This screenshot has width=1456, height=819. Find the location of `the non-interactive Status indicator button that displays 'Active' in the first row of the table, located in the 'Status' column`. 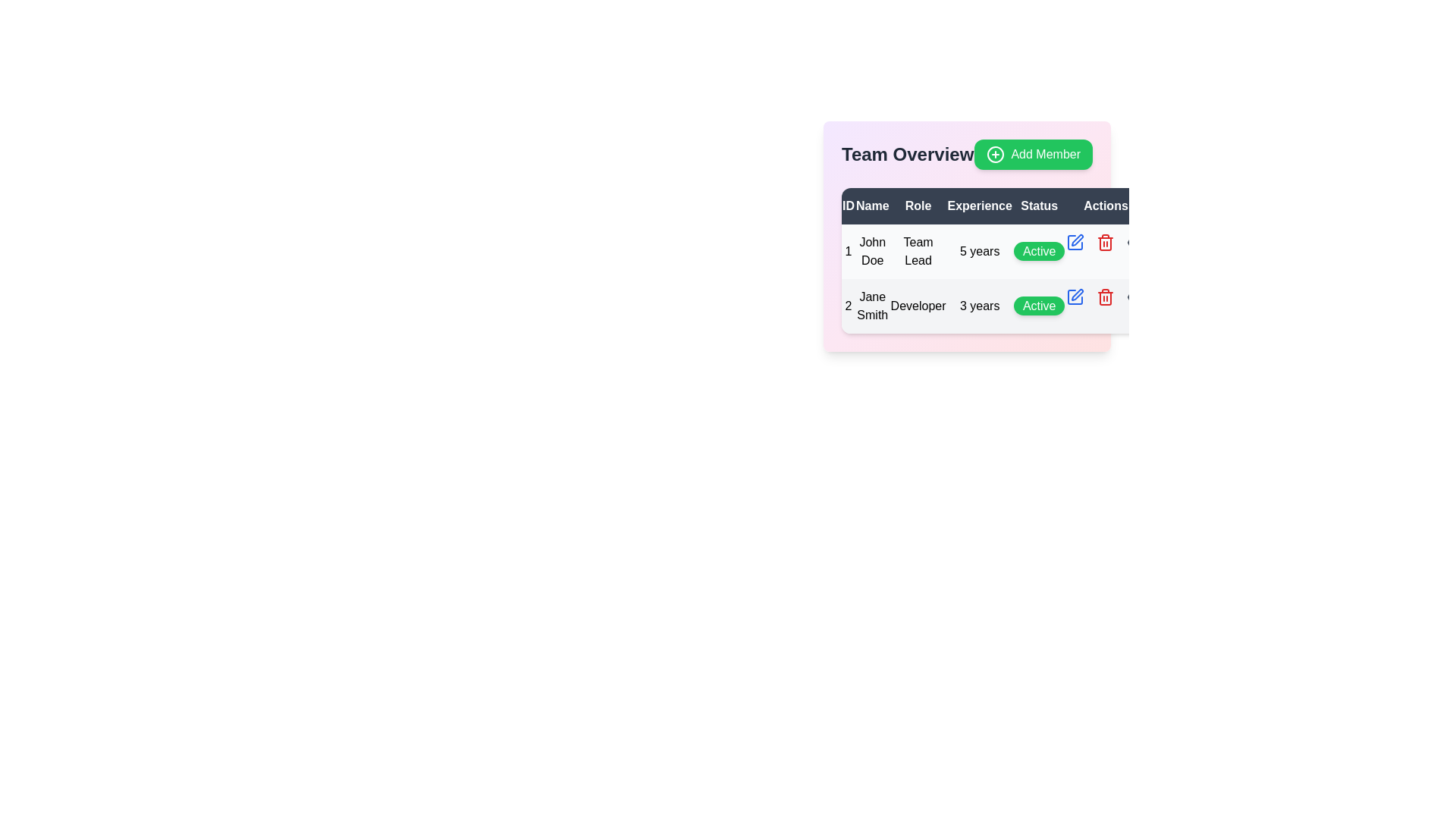

the non-interactive Status indicator button that displays 'Active' in the first row of the table, located in the 'Status' column is located at coordinates (1038, 250).